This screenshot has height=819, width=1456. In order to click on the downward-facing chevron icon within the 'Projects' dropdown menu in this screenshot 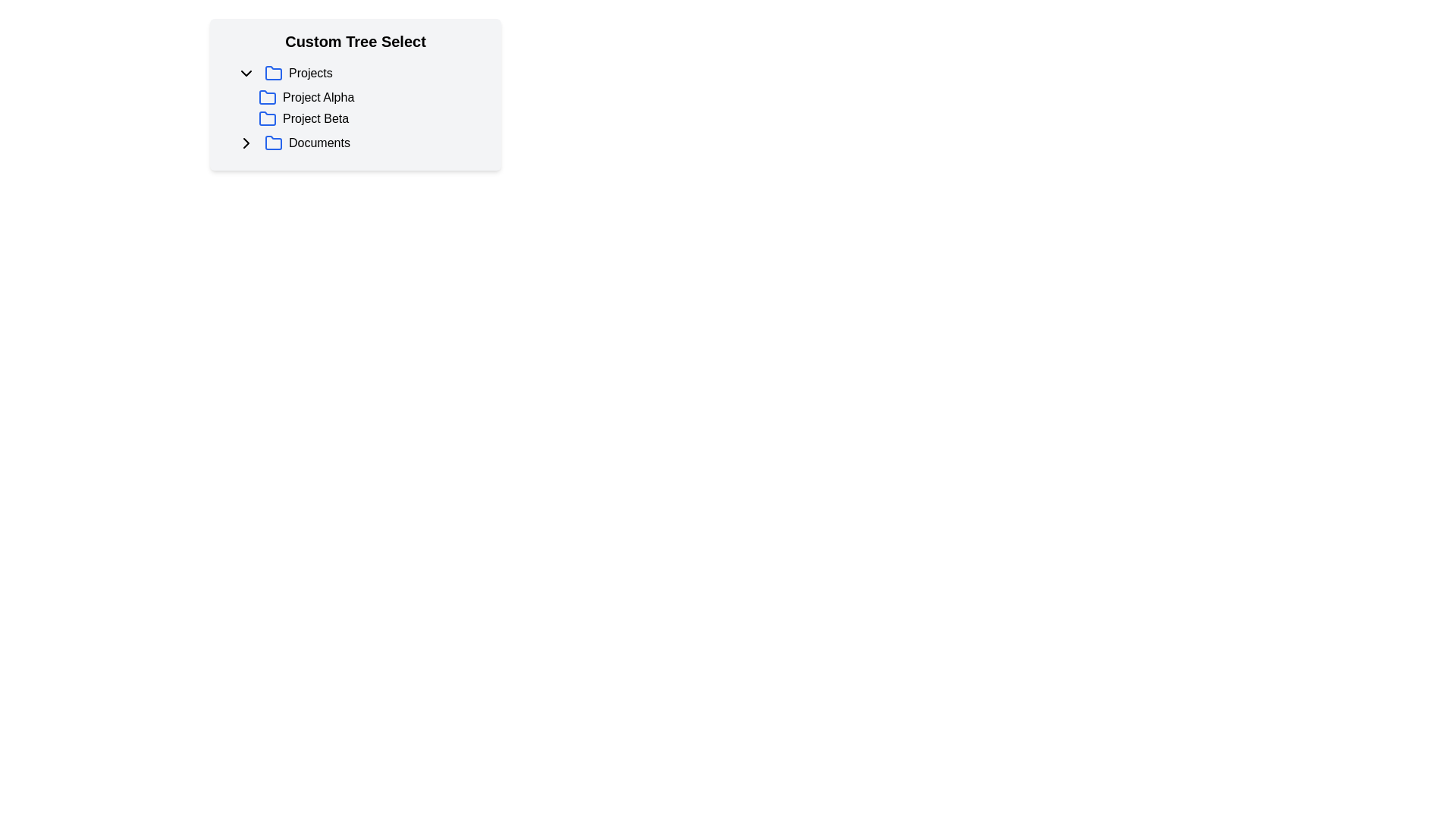, I will do `click(246, 73)`.